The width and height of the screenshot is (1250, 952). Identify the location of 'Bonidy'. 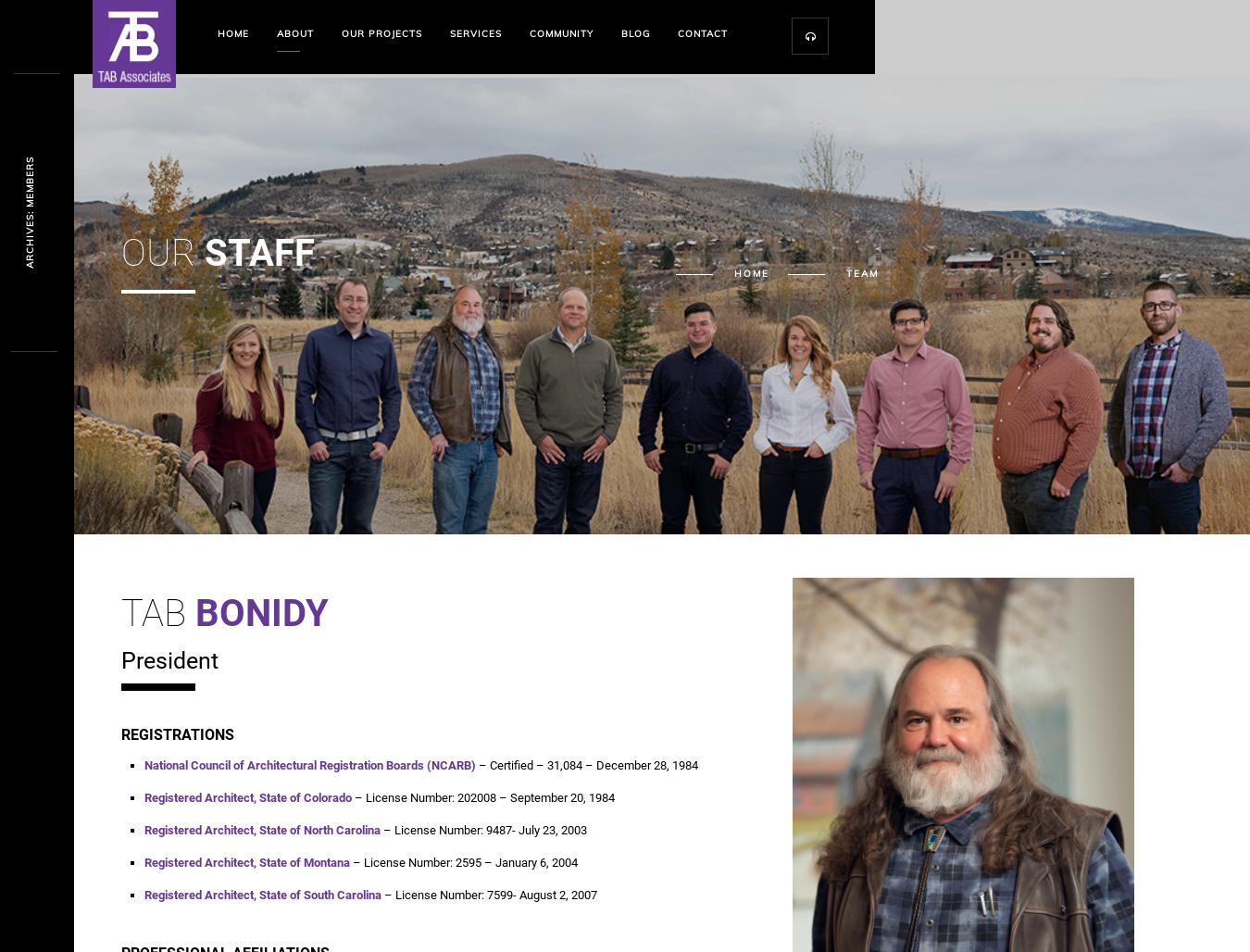
(260, 613).